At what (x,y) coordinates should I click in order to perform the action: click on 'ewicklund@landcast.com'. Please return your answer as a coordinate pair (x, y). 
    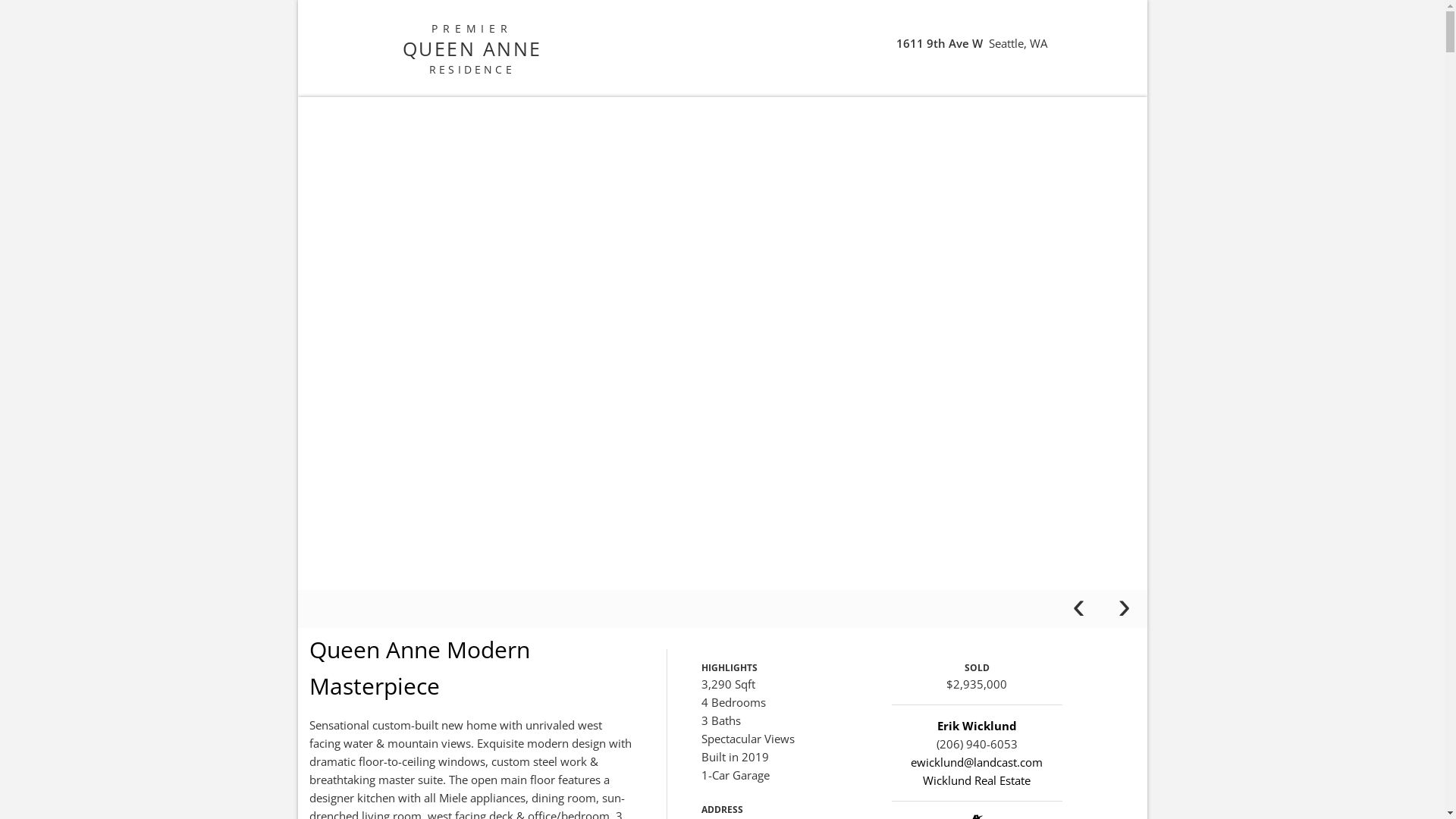
    Looking at the image, I should click on (976, 762).